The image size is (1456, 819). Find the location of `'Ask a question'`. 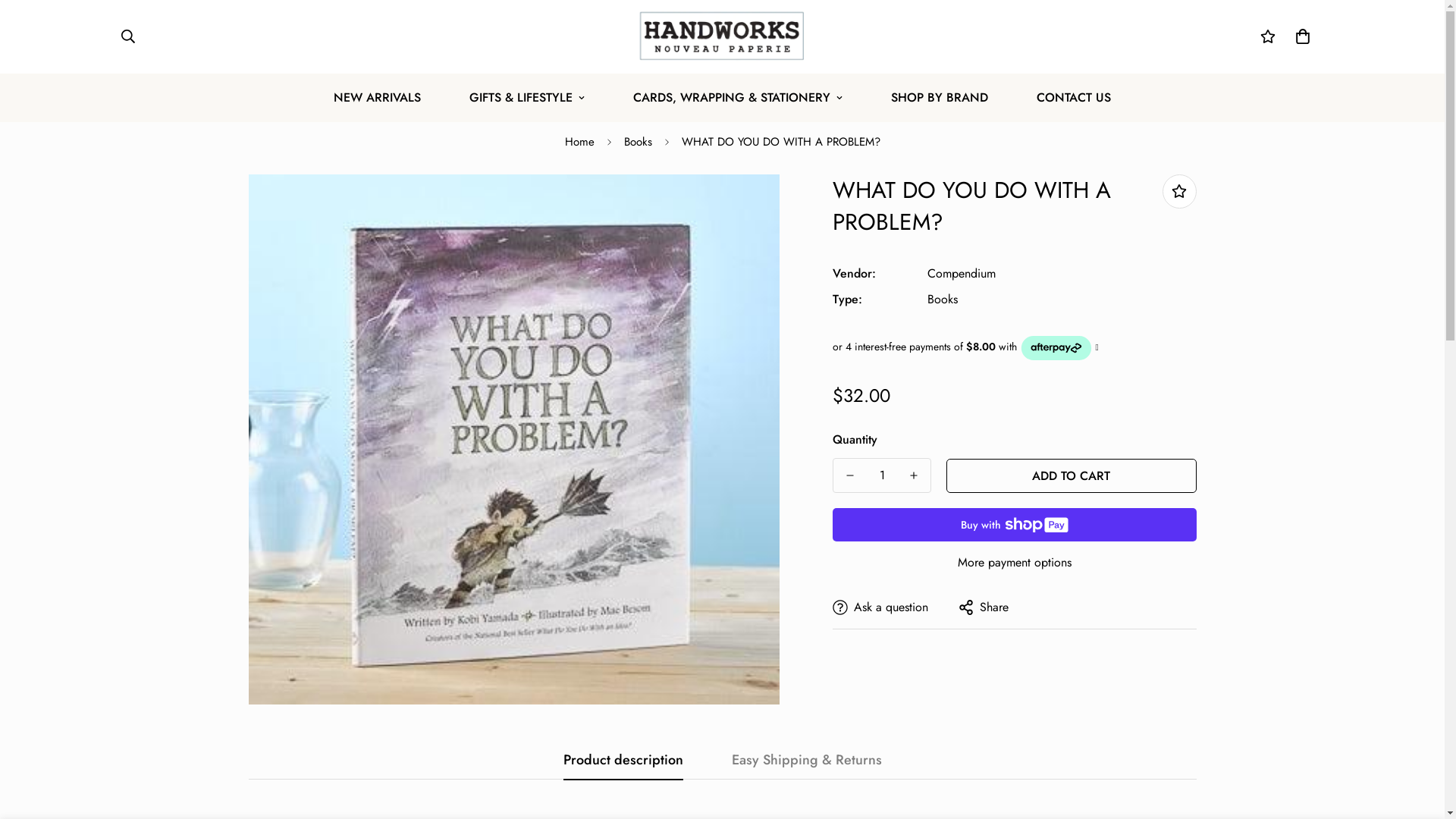

'Ask a question' is located at coordinates (832, 605).